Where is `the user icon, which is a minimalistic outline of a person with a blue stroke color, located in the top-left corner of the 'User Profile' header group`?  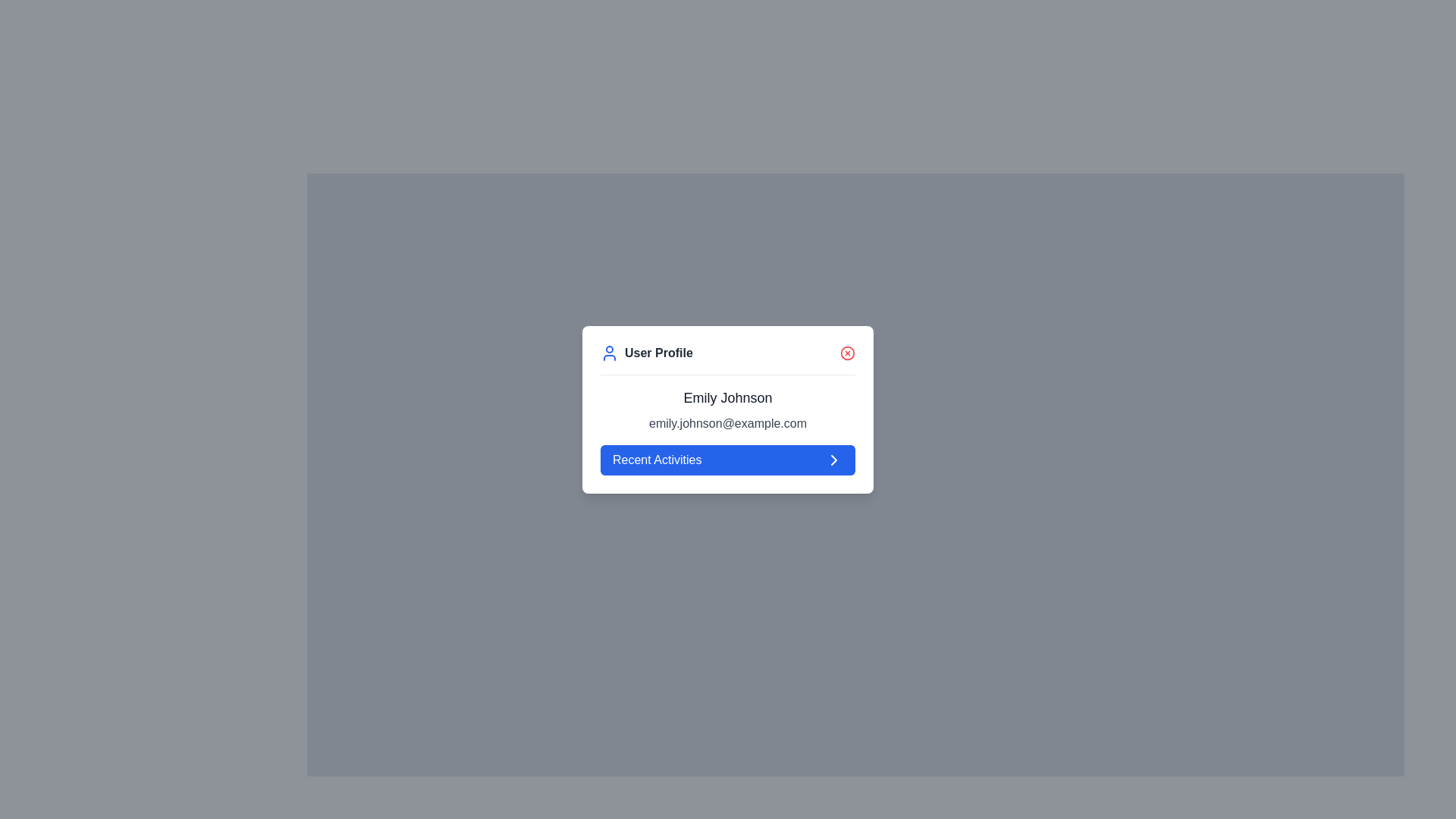 the user icon, which is a minimalistic outline of a person with a blue stroke color, located in the top-left corner of the 'User Profile' header group is located at coordinates (610, 353).